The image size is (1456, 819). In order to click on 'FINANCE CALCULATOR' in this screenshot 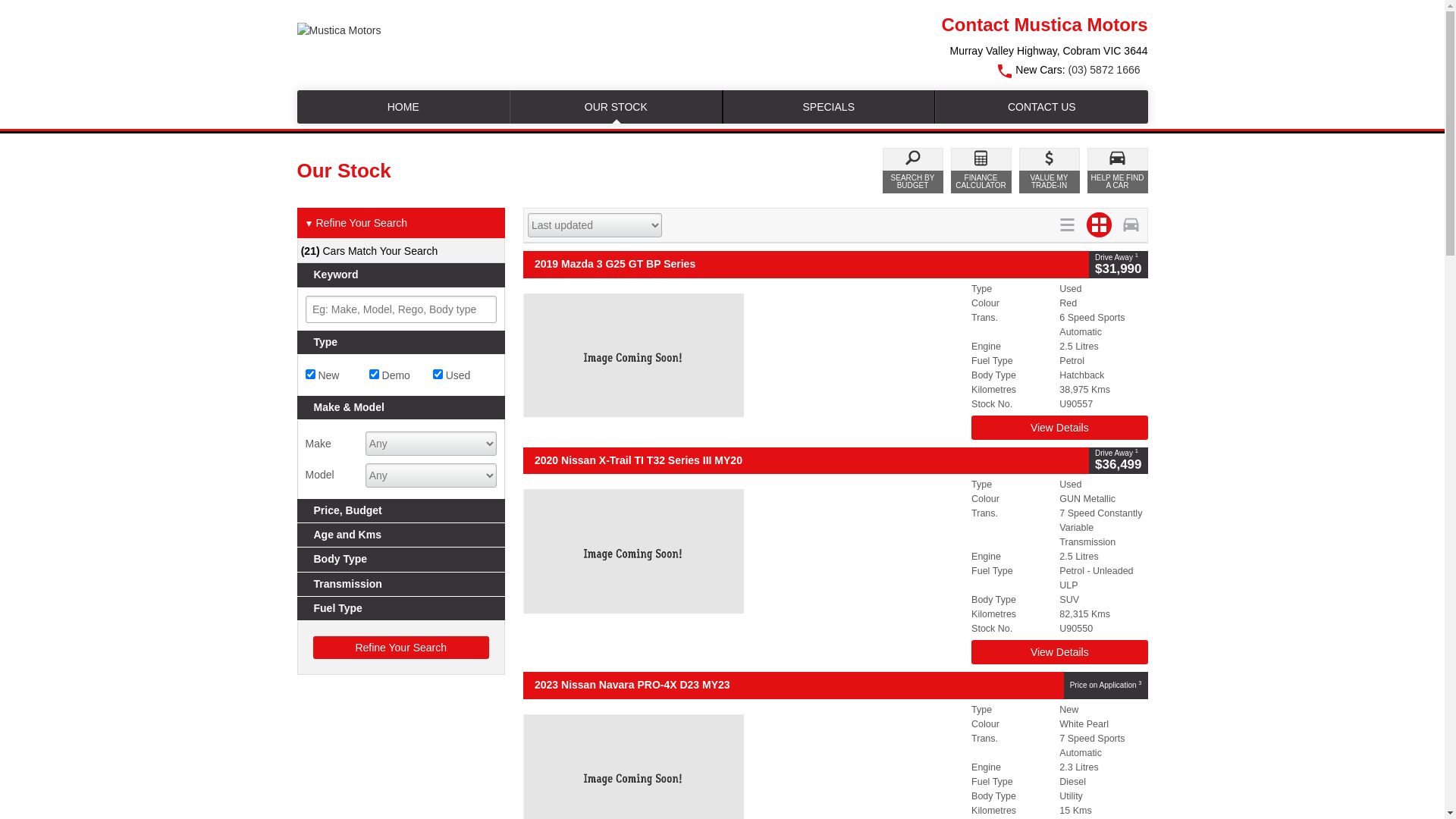, I will do `click(981, 170)`.